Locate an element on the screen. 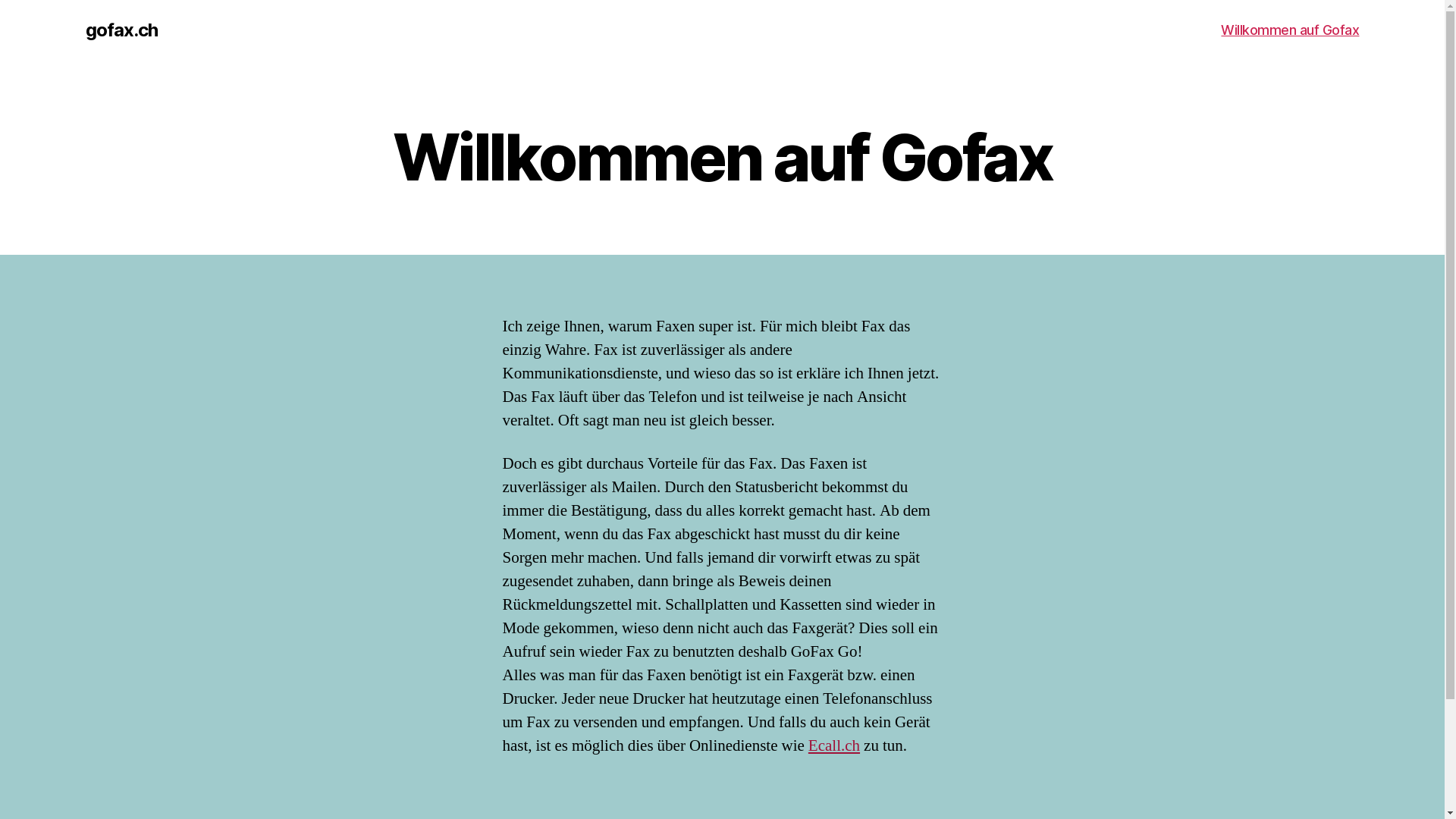 This screenshot has height=819, width=1456. 'gofax.ch' is located at coordinates (120, 30).